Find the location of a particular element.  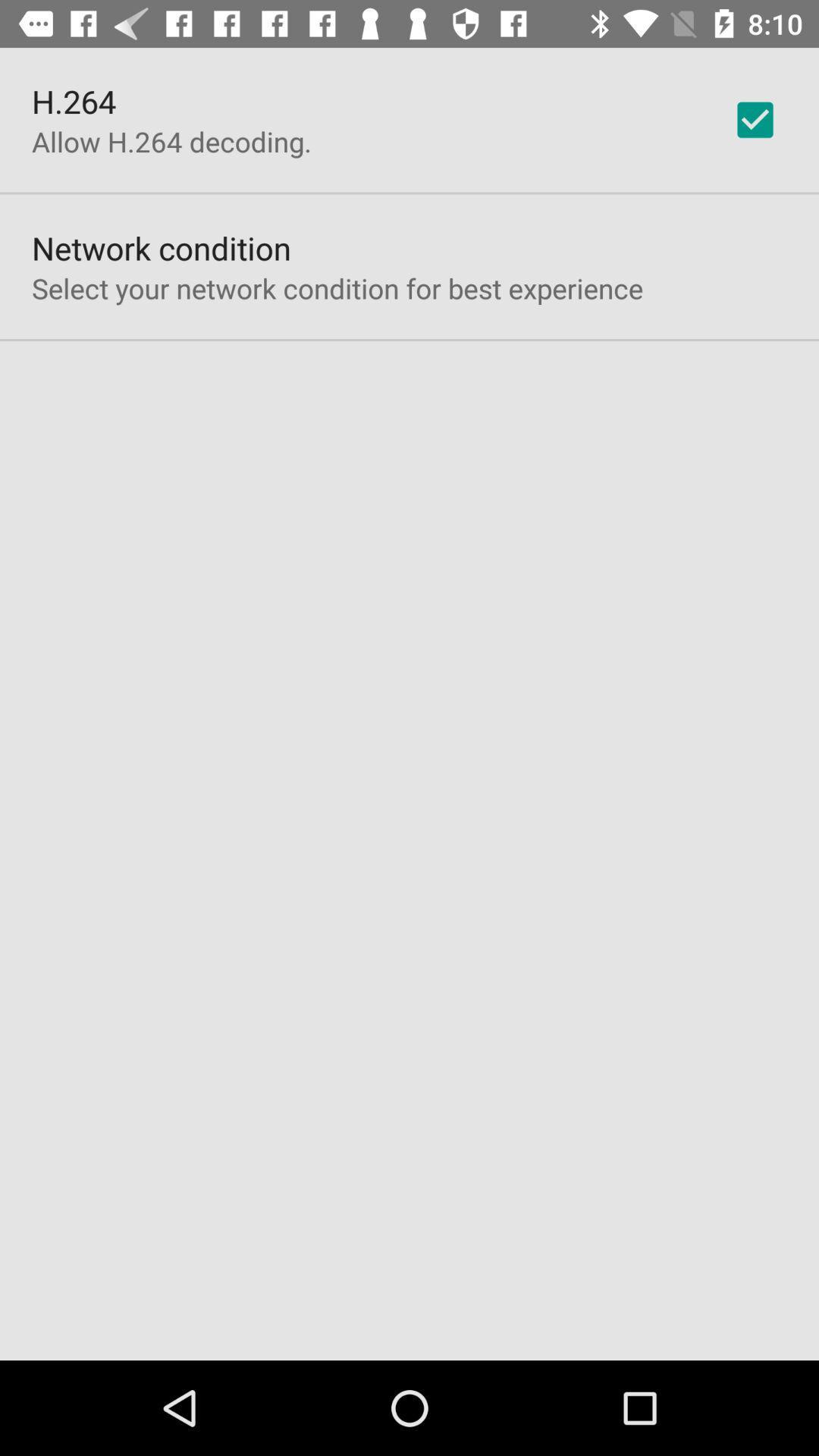

checkbox at the top right corner is located at coordinates (755, 119).